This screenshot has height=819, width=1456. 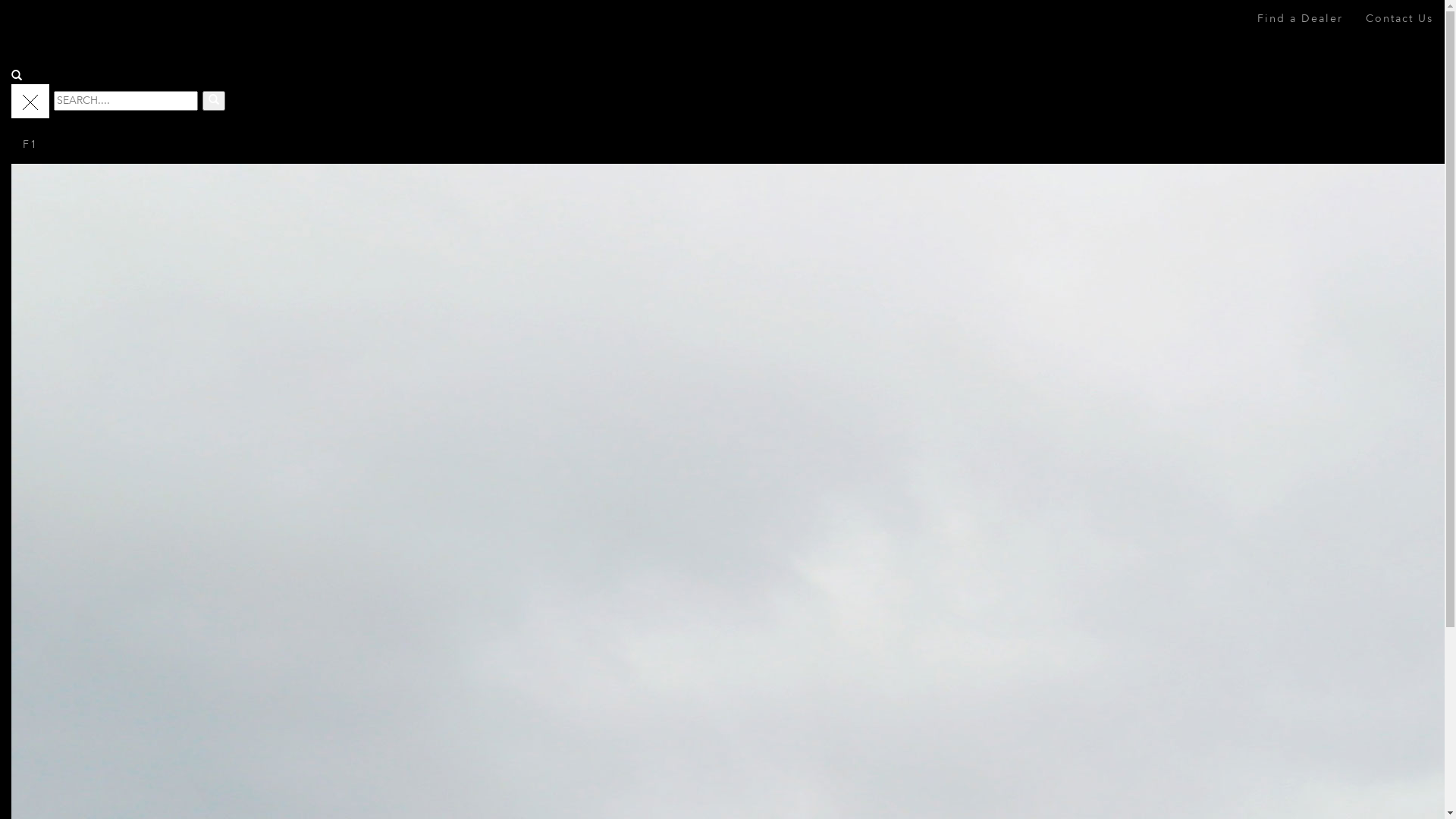 I want to click on 'Find a Dealer', so click(x=1299, y=18).